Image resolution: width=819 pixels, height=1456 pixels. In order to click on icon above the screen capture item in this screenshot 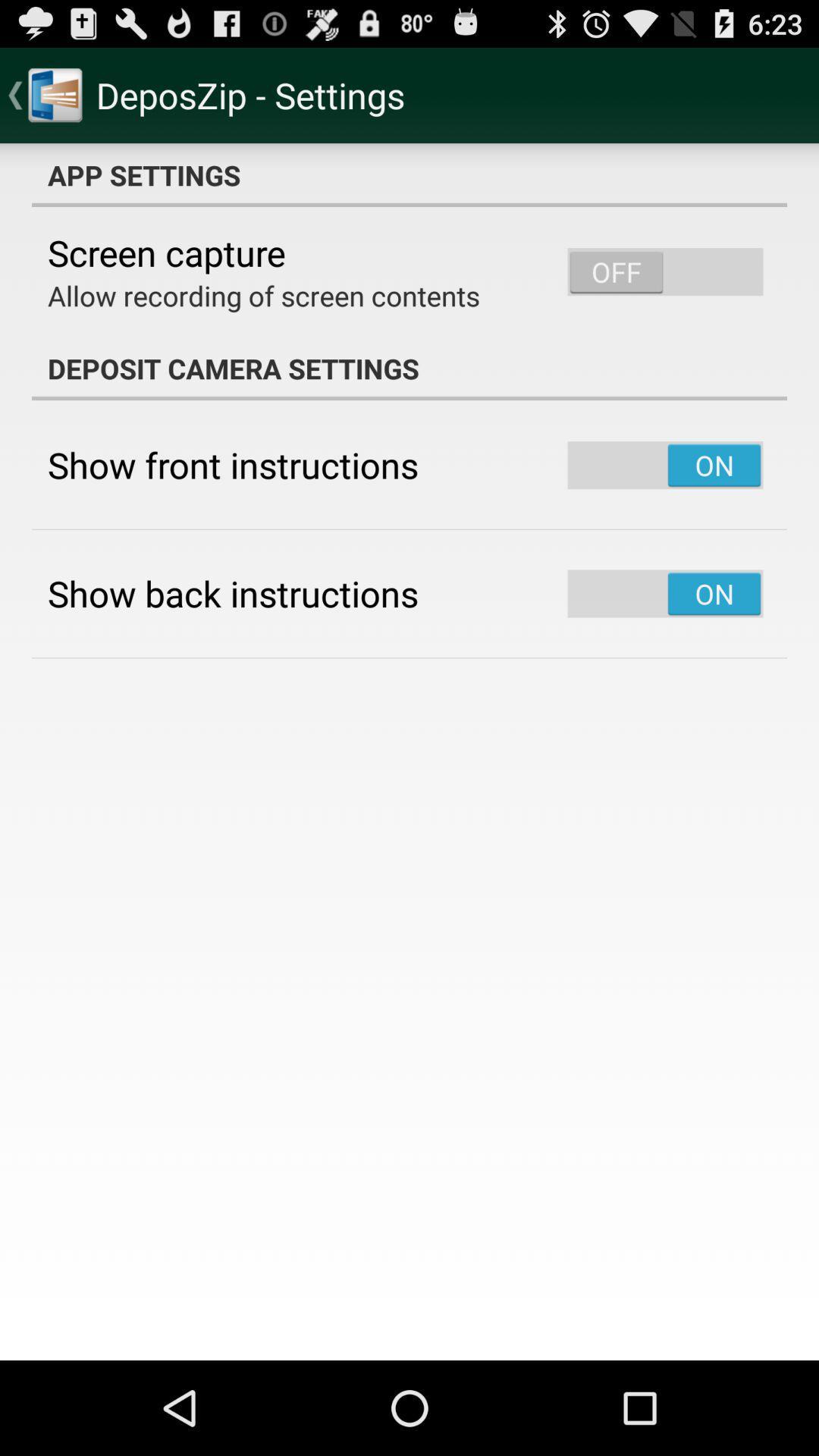, I will do `click(409, 174)`.